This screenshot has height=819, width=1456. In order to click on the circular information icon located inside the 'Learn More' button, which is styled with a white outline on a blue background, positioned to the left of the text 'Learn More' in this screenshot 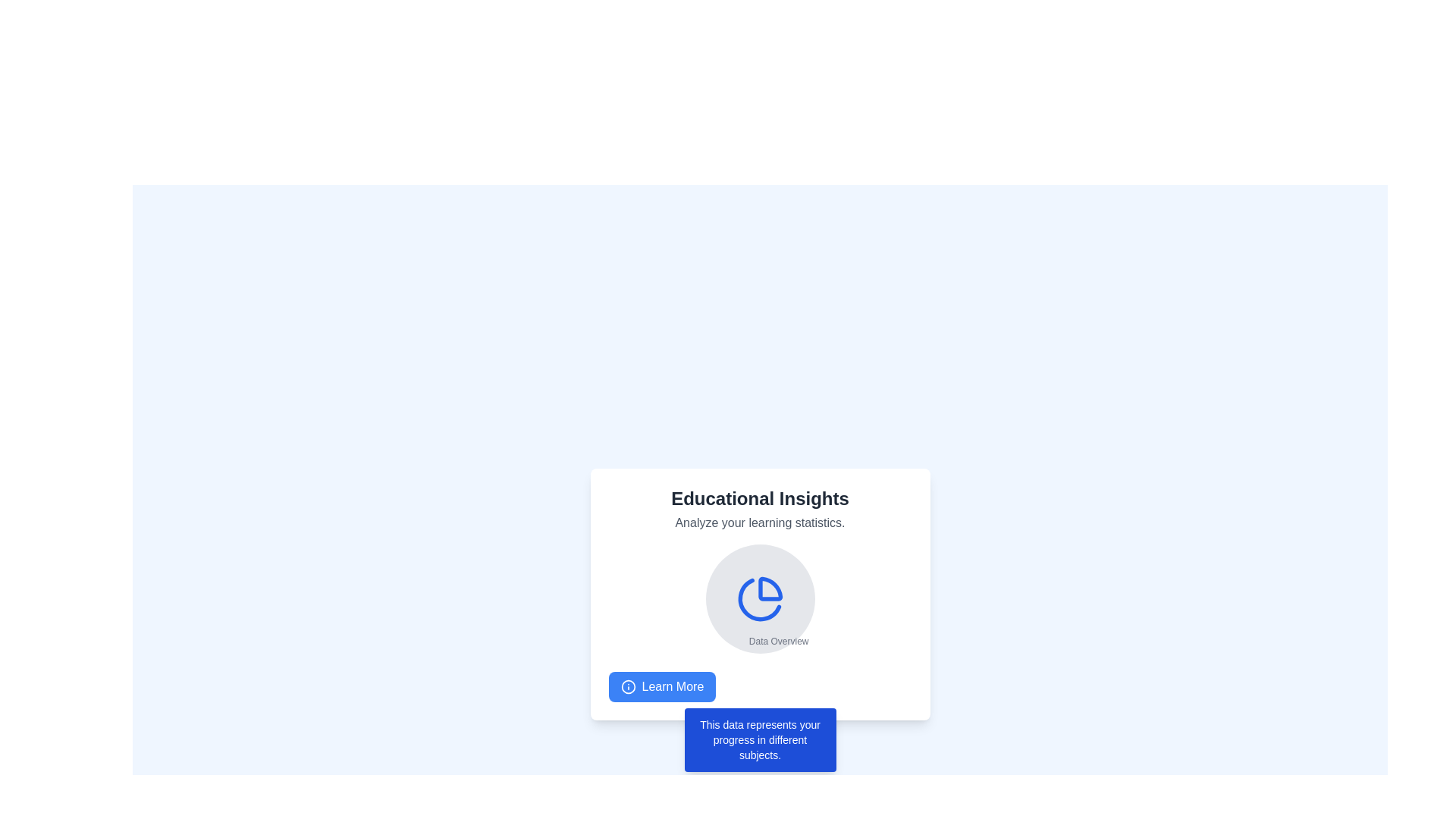, I will do `click(628, 687)`.